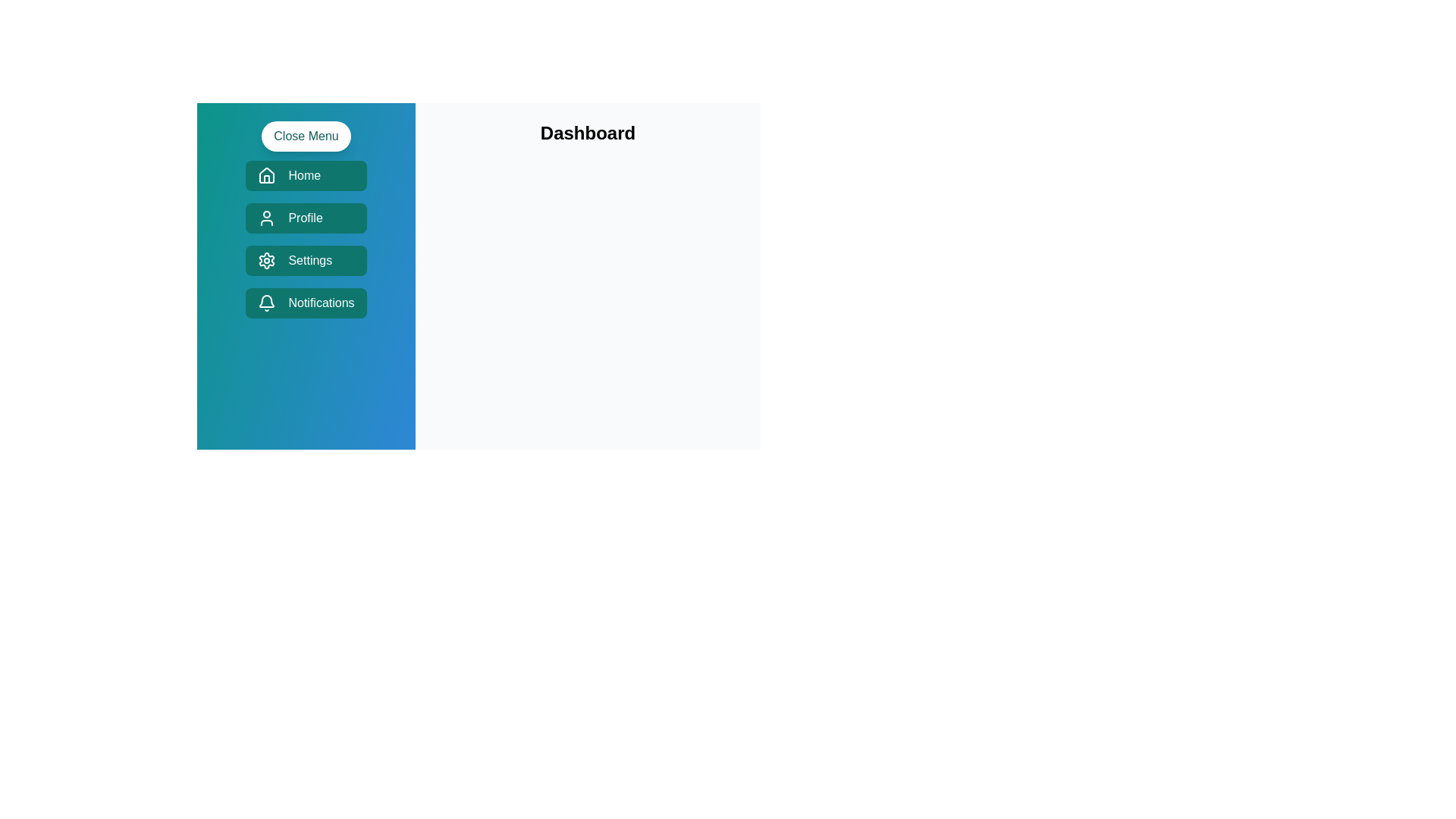  Describe the element at coordinates (305, 259) in the screenshot. I see `the 'Settings' button located in the sidebar, which is the third option in a vertical stack of buttons` at that location.